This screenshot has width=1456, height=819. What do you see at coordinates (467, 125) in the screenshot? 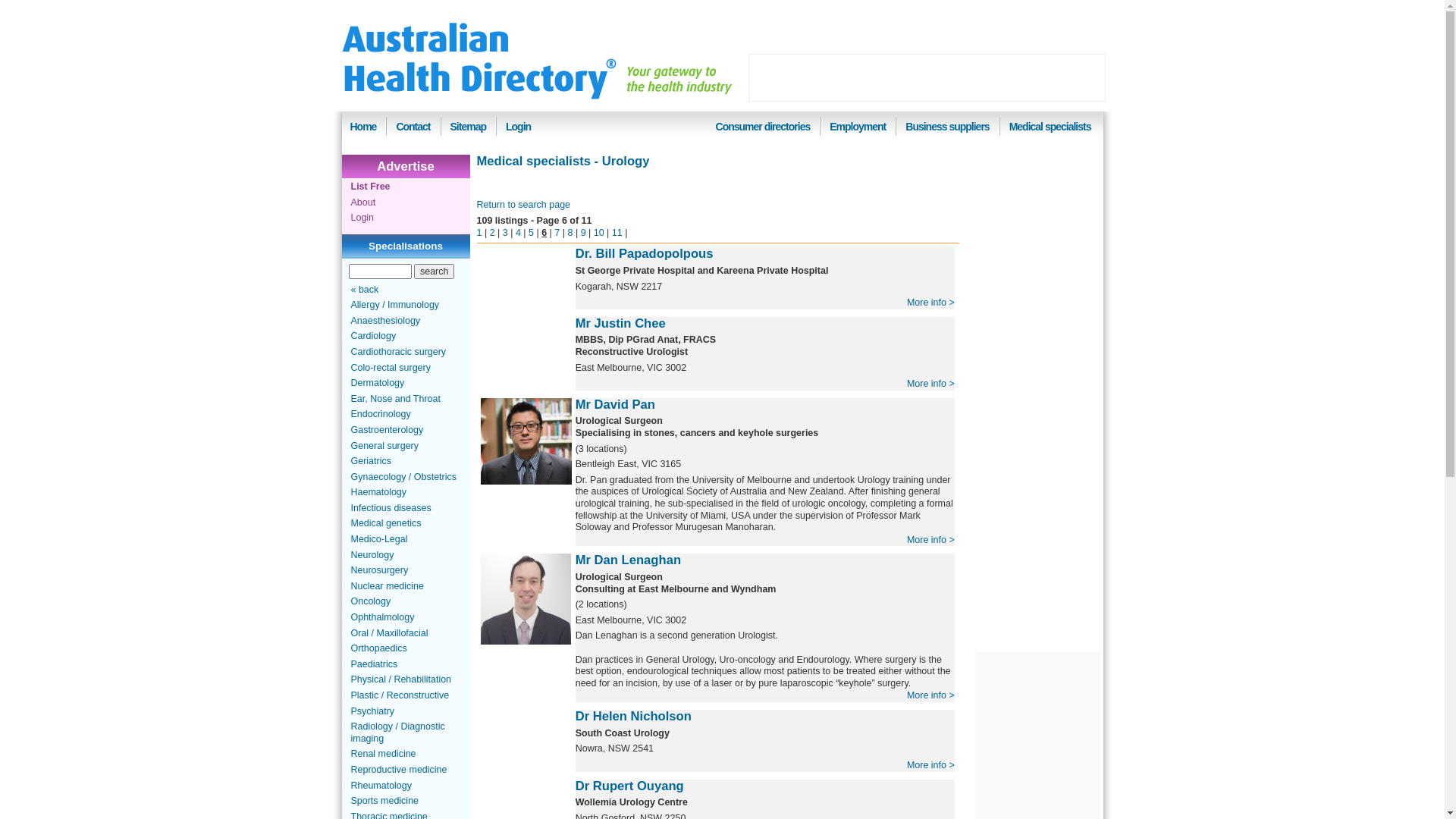
I see `'Sitemap'` at bounding box center [467, 125].